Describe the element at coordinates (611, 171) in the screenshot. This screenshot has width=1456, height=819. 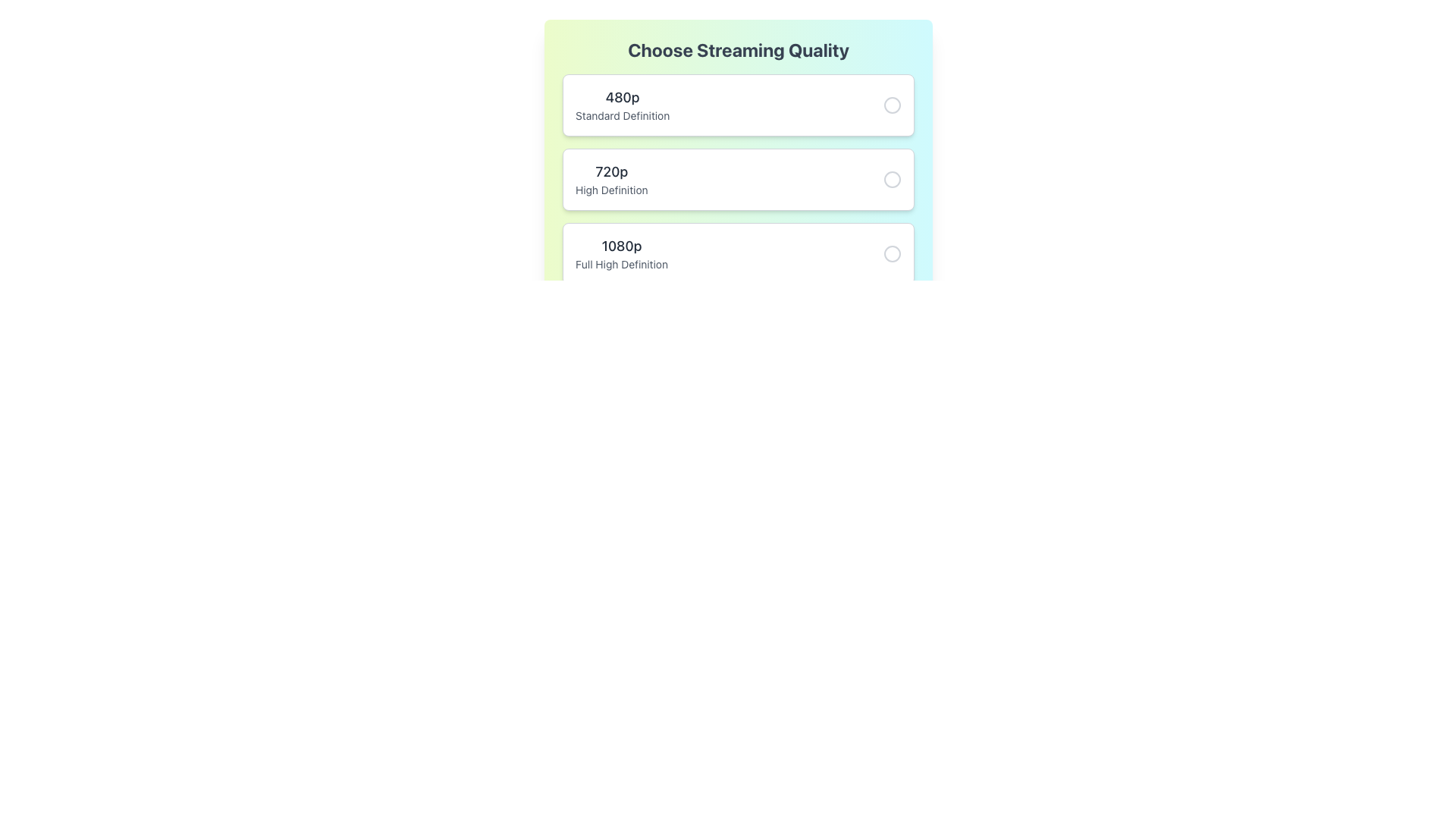
I see `the '720p' label, which is styled in bold dark gray text and is centrally aligned in the 'Choose Streaming Quality' section, positioned between '480p' and '1080p'` at that location.